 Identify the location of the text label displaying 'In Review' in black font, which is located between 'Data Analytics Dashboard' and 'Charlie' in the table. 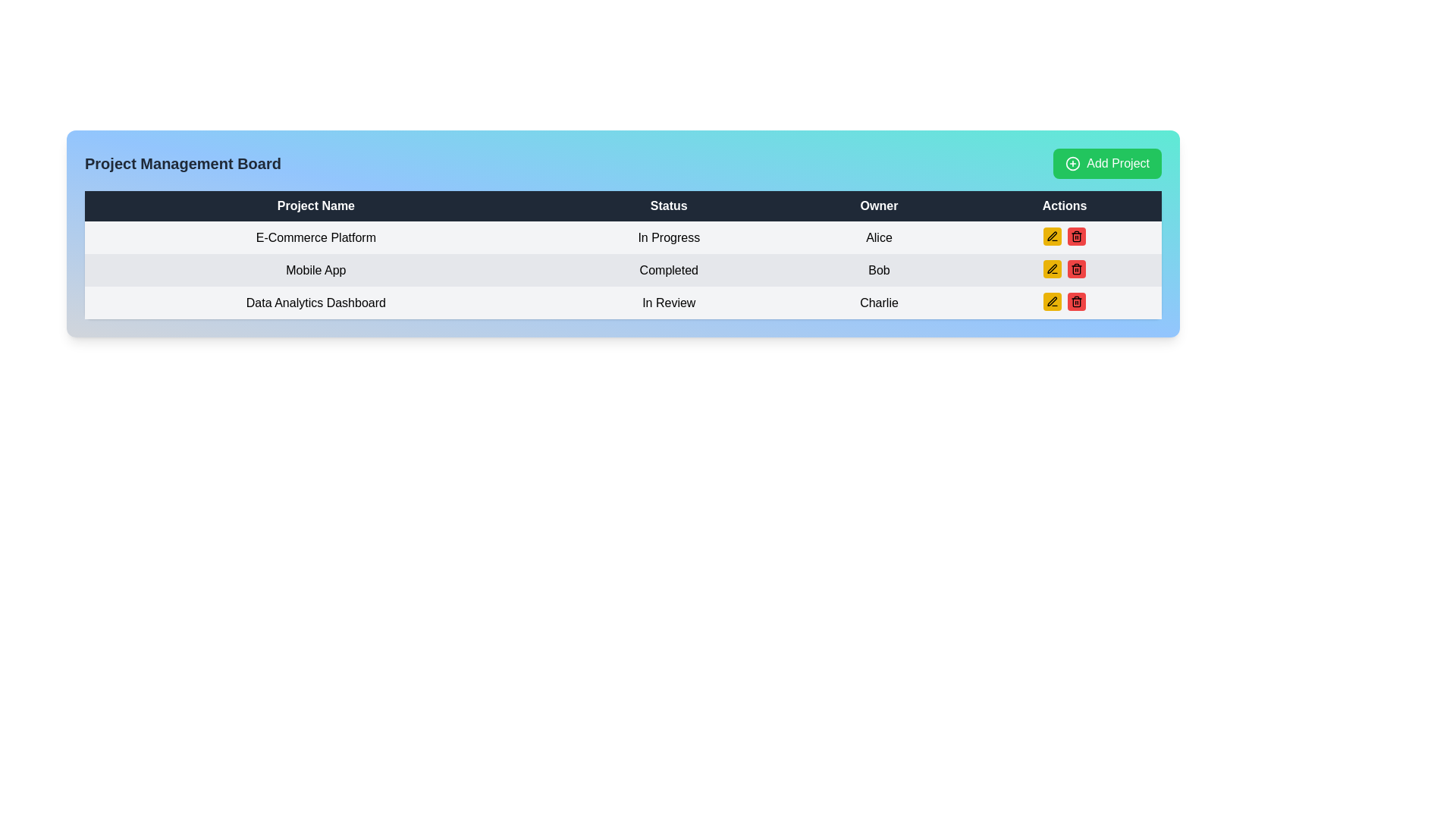
(668, 303).